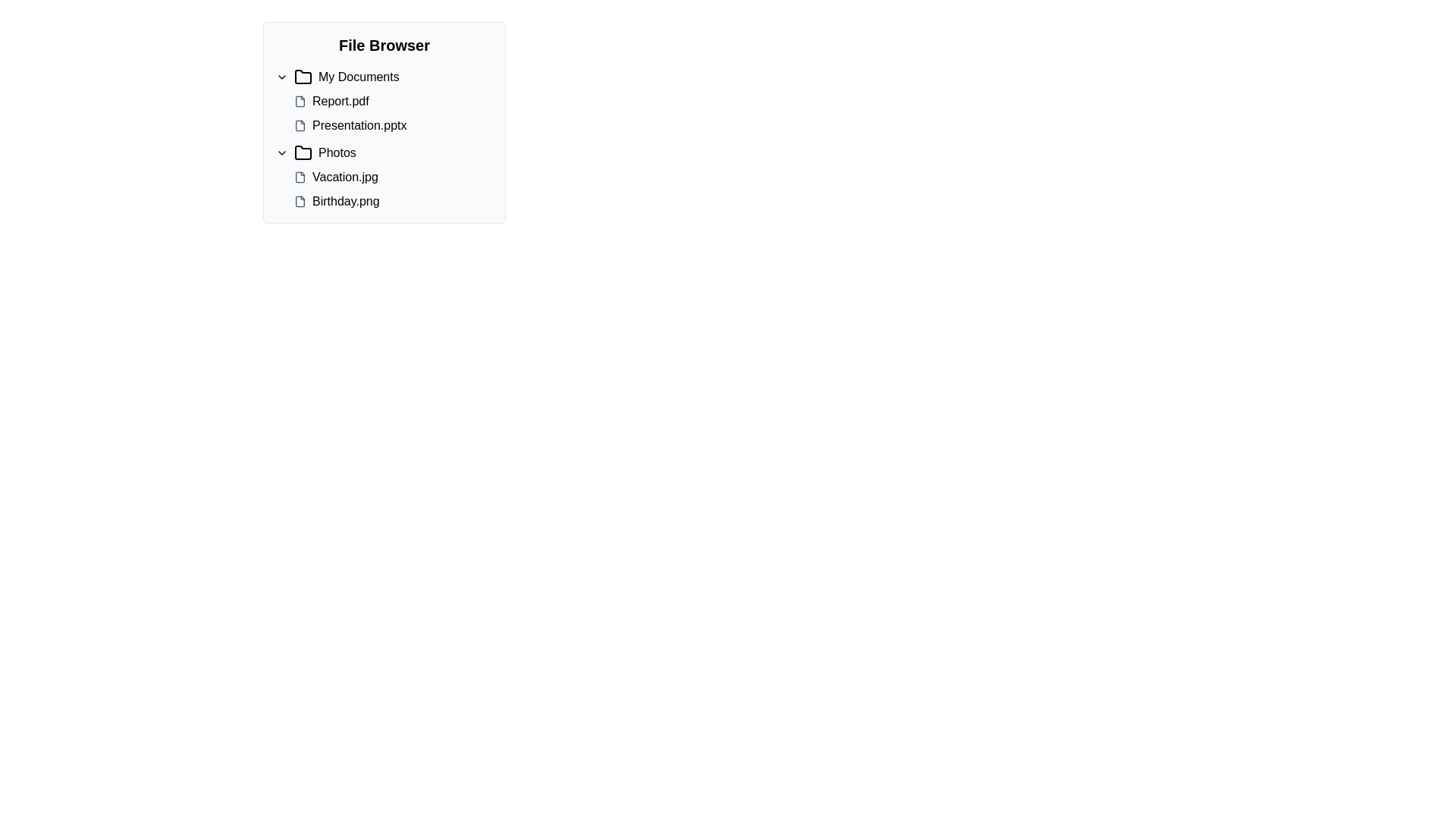 The image size is (1456, 819). Describe the element at coordinates (384, 77) in the screenshot. I see `the Expandable folder item labeled 'My Documents' in the File Browser section` at that location.